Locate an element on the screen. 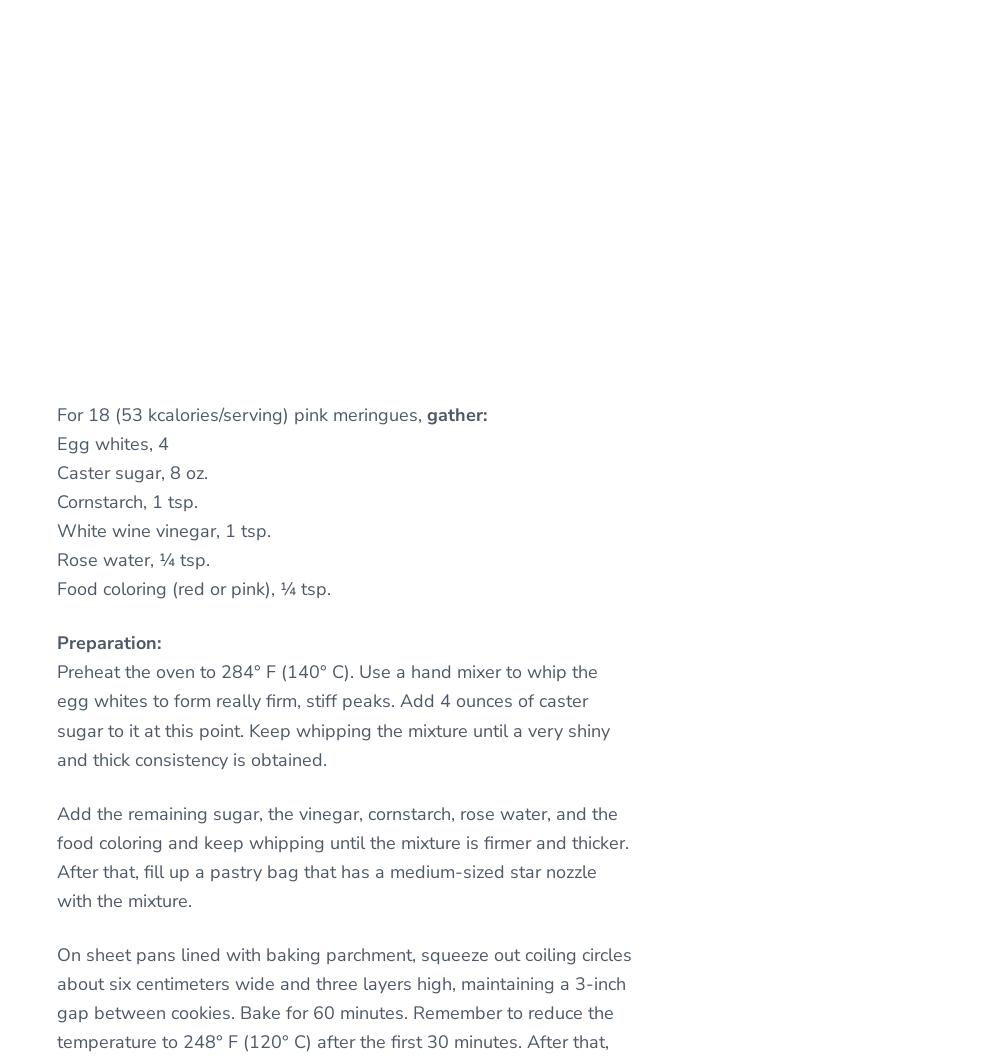 The height and width of the screenshot is (1061, 984). 'Food coloring (red or pink), ¼ tsp.' is located at coordinates (194, 587).